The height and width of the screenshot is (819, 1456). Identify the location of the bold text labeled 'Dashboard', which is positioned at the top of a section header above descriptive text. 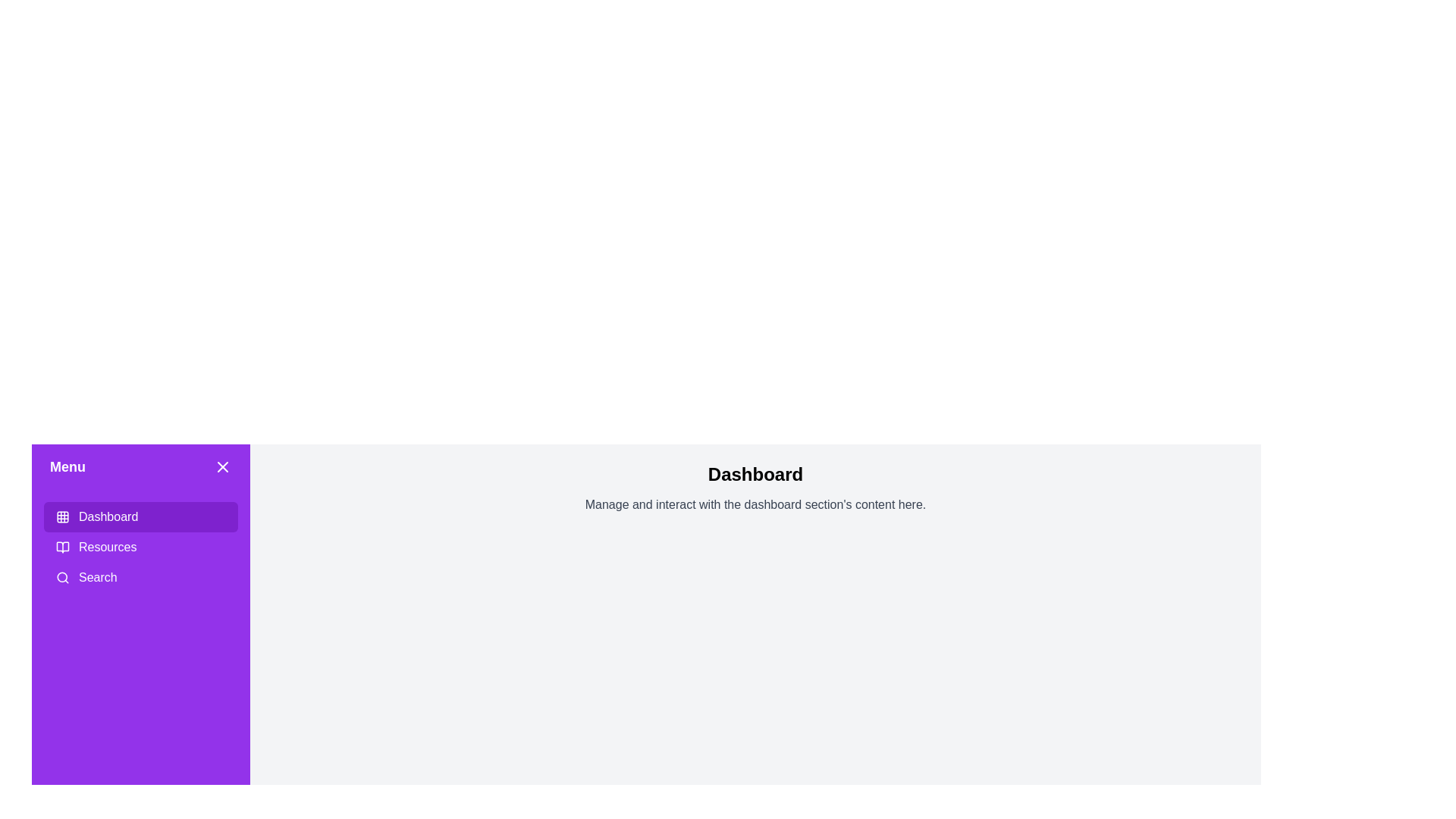
(755, 473).